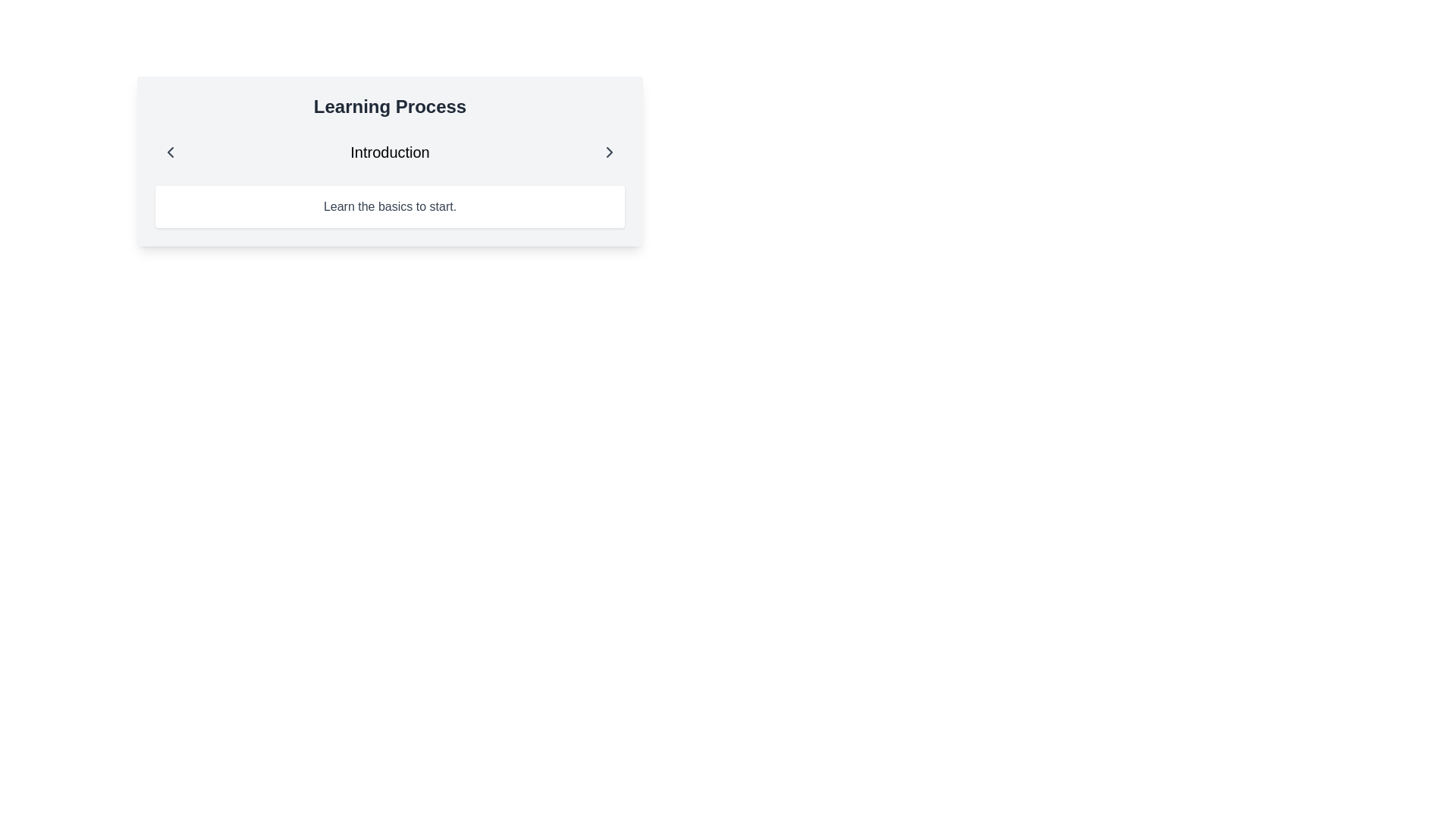  What do you see at coordinates (390, 152) in the screenshot?
I see `the 'Introduction' text label` at bounding box center [390, 152].